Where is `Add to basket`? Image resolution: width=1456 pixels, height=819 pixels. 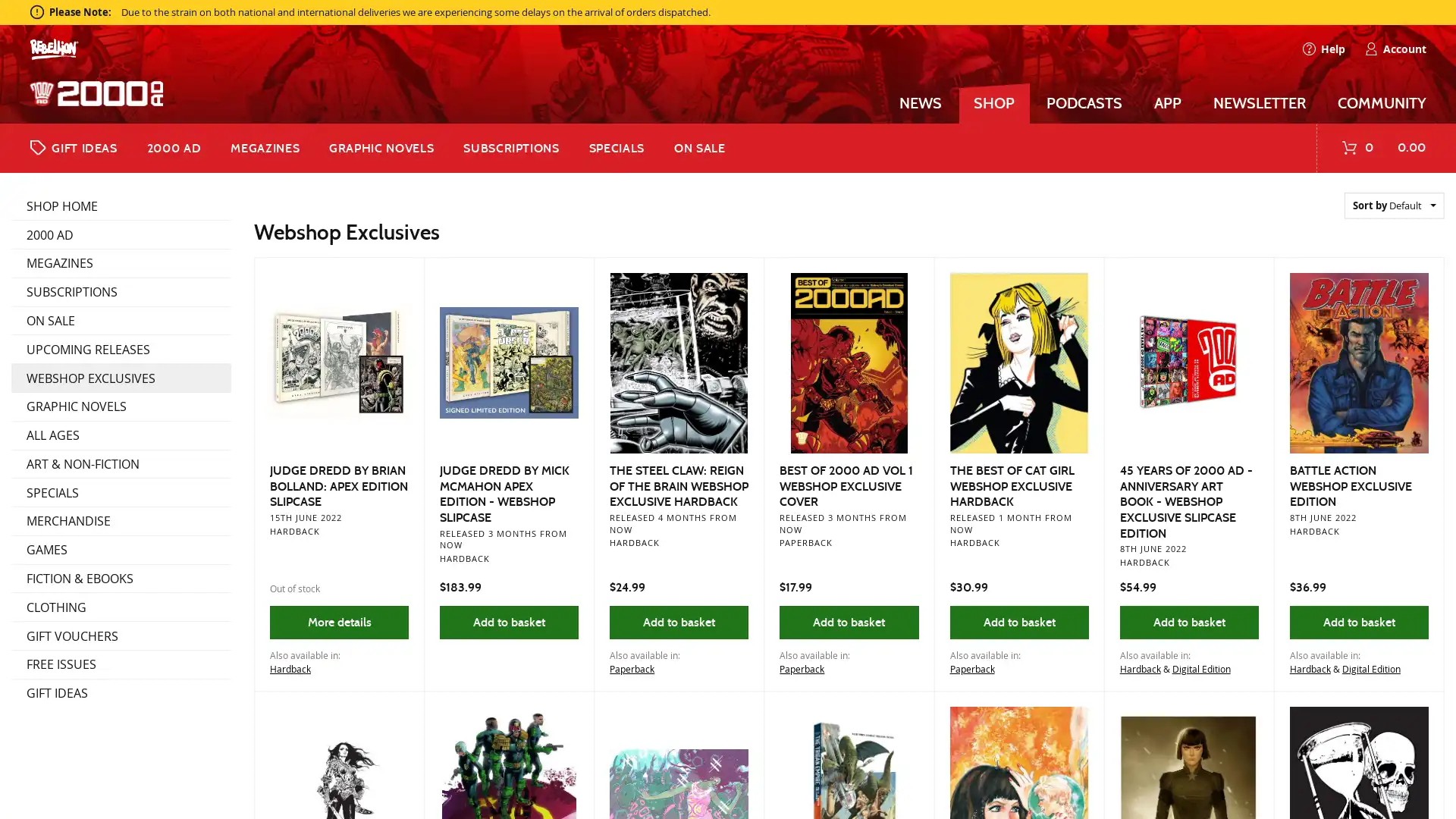
Add to basket is located at coordinates (848, 622).